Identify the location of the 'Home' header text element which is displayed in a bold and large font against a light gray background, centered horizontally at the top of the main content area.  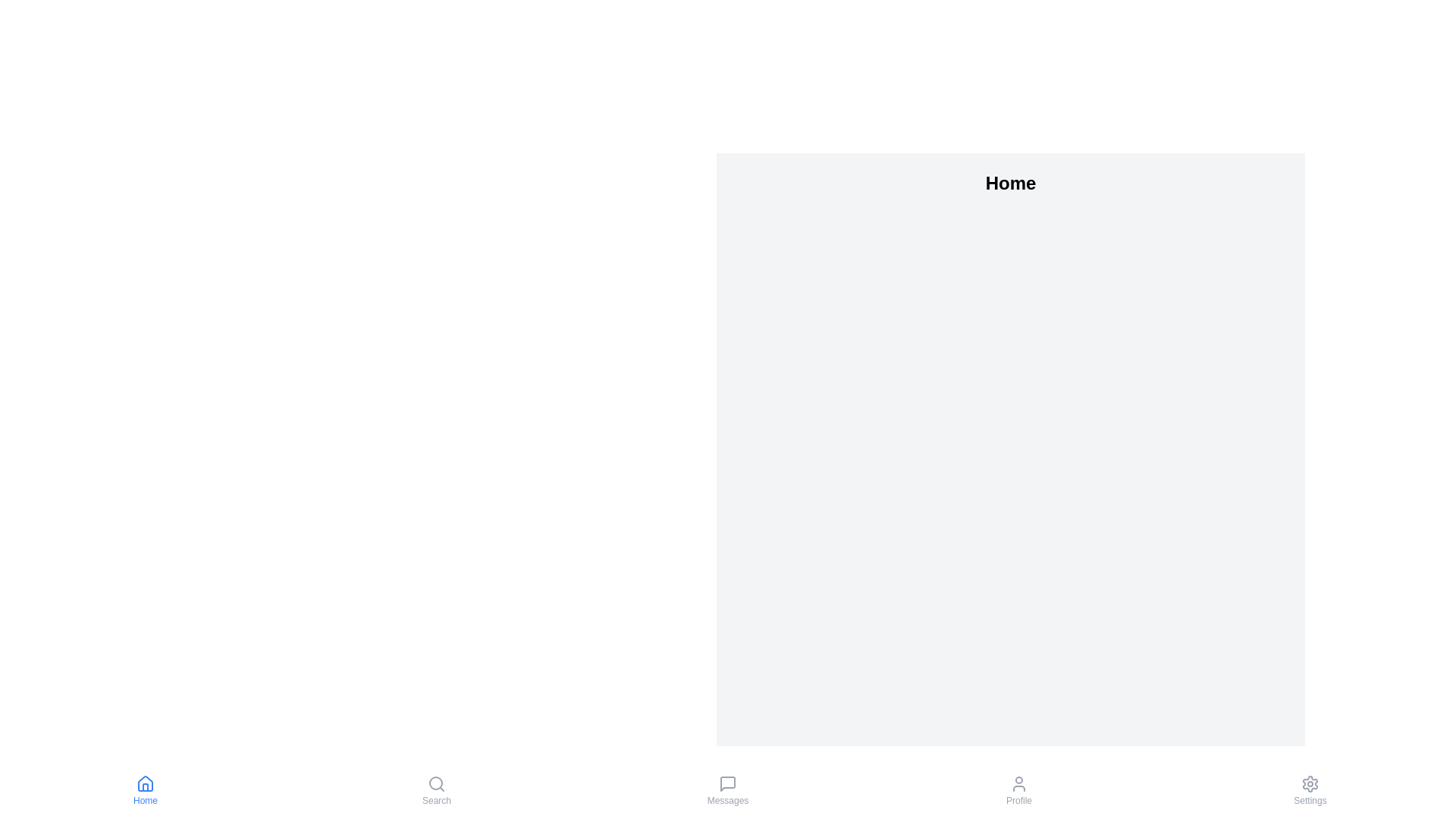
(1011, 183).